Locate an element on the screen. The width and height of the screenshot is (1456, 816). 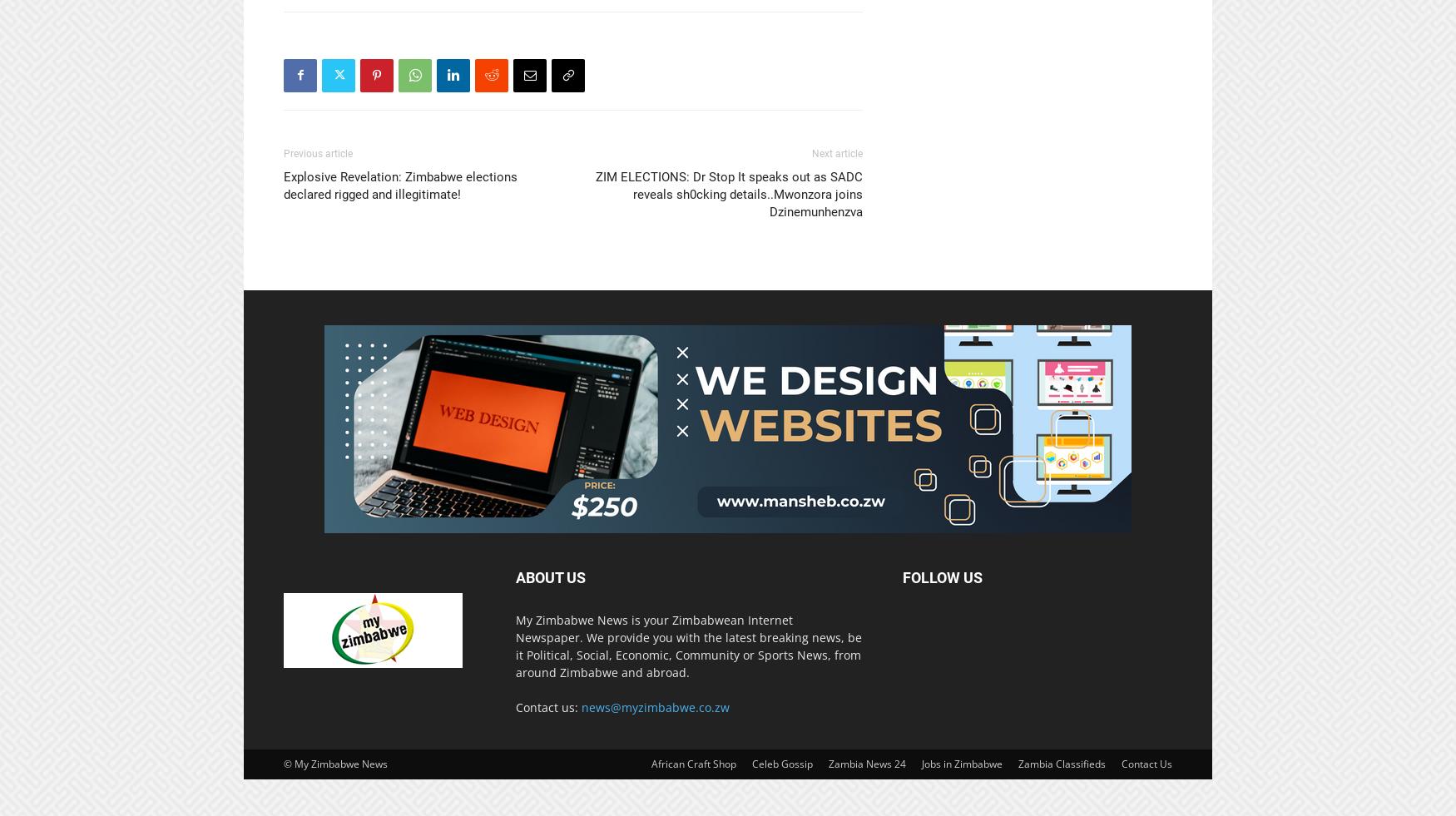
'Next article' is located at coordinates (836, 152).